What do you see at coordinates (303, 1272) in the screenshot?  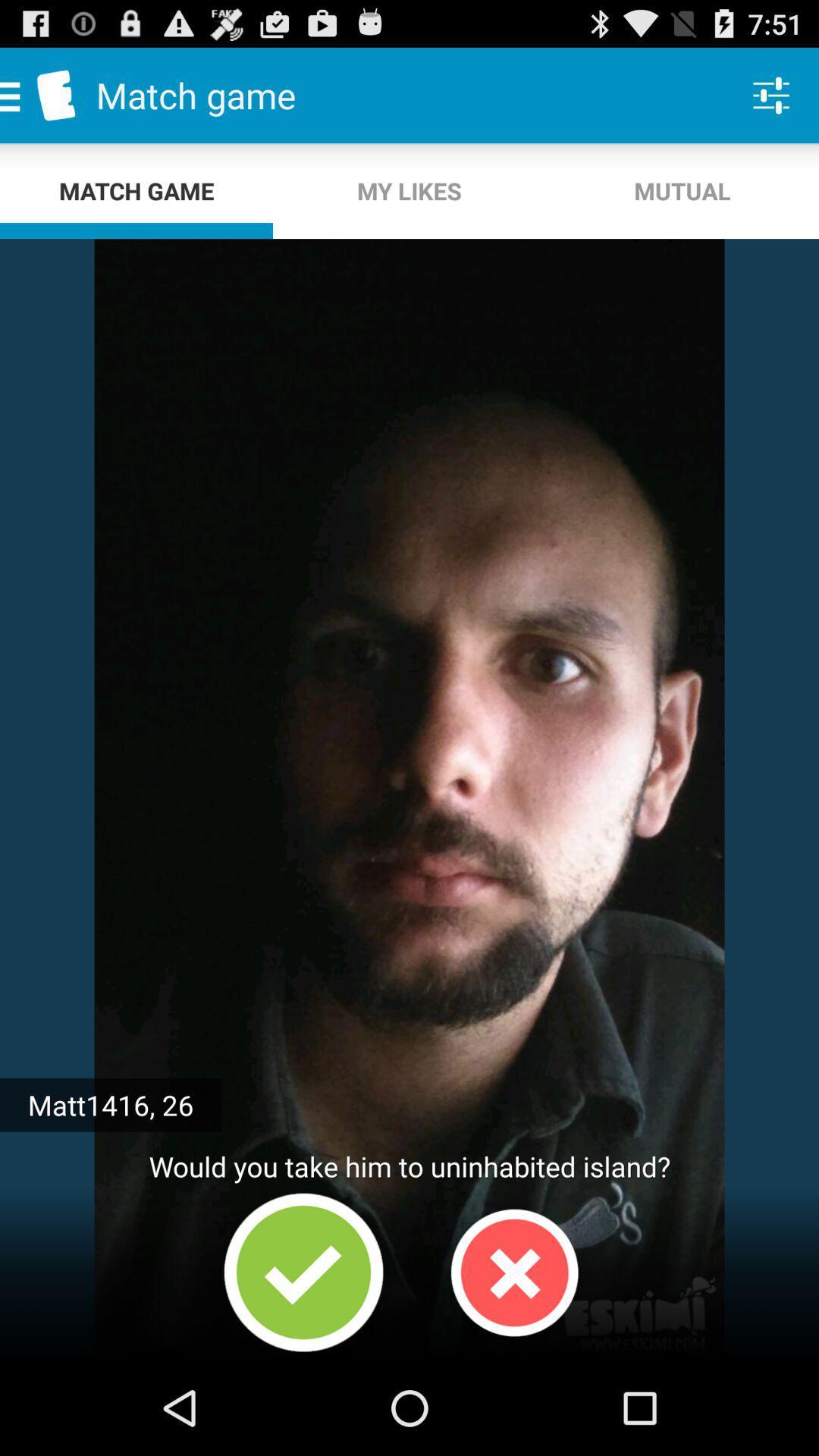 I see `confirm` at bounding box center [303, 1272].